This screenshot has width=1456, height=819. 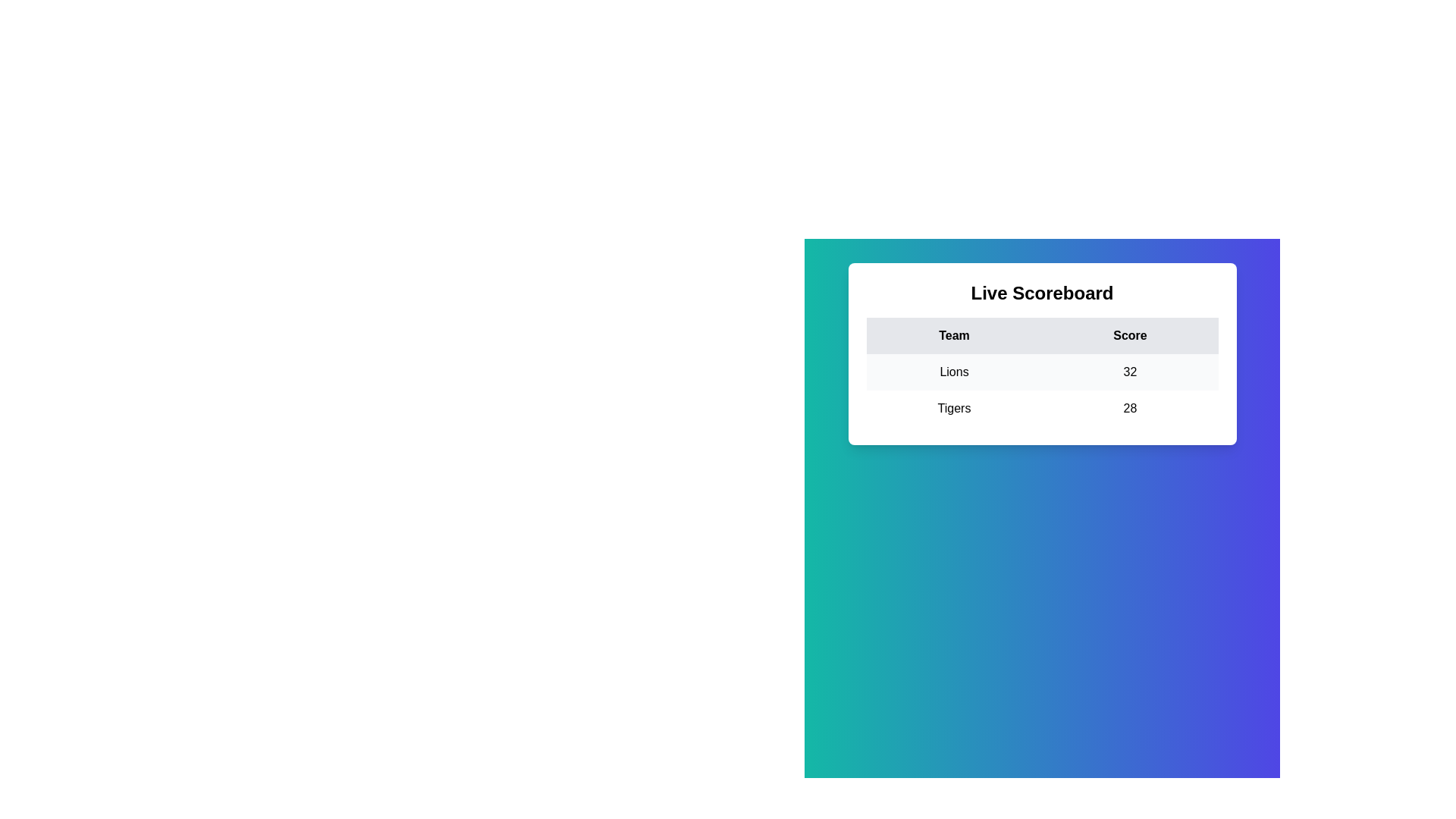 I want to click on the first table row representing a team and its score in the Live Scoreboard section of the UI, so click(x=1041, y=372).